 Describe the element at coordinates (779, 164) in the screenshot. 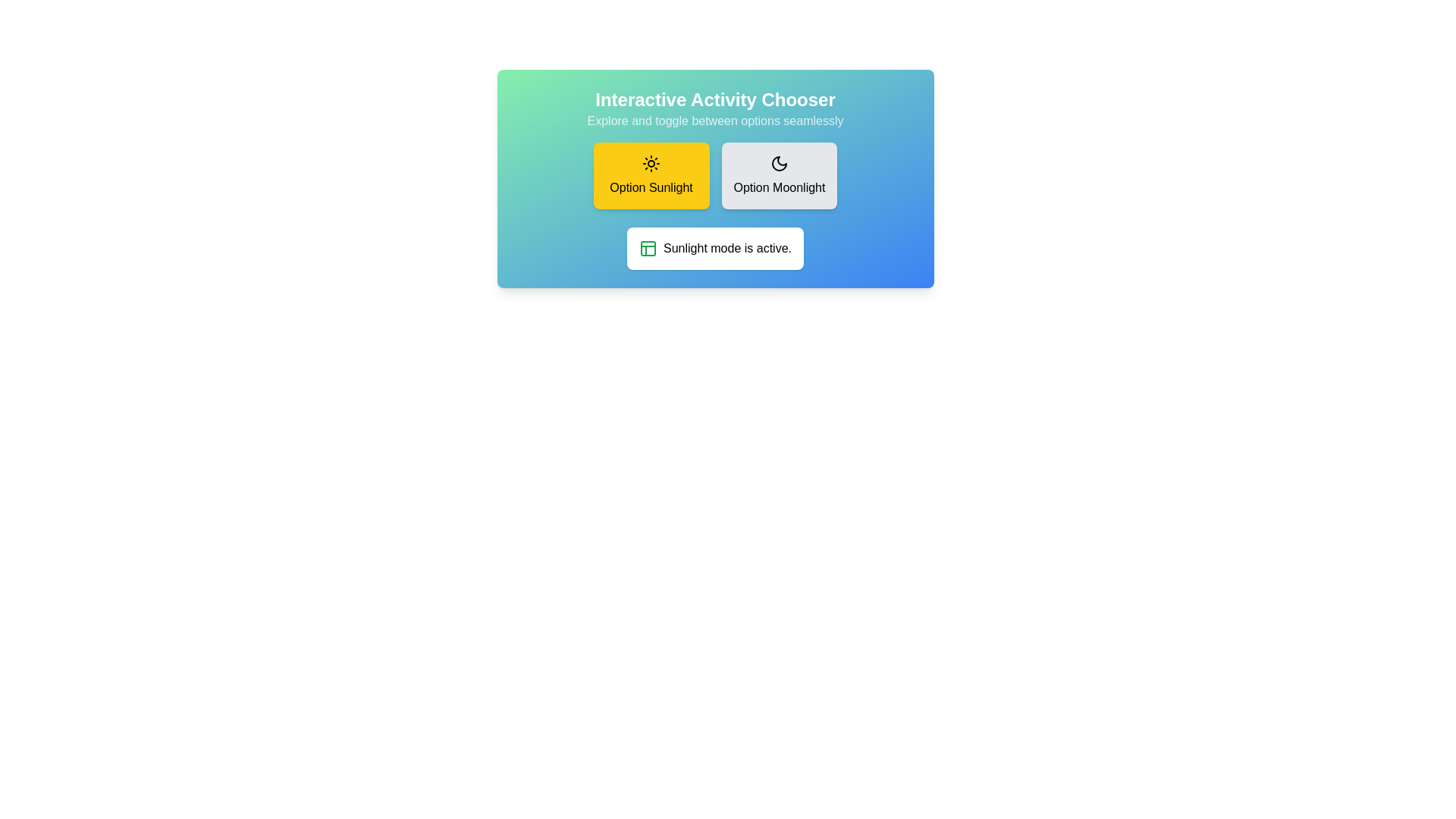

I see `the 'Option Moonlight' button by clicking its center icon` at that location.